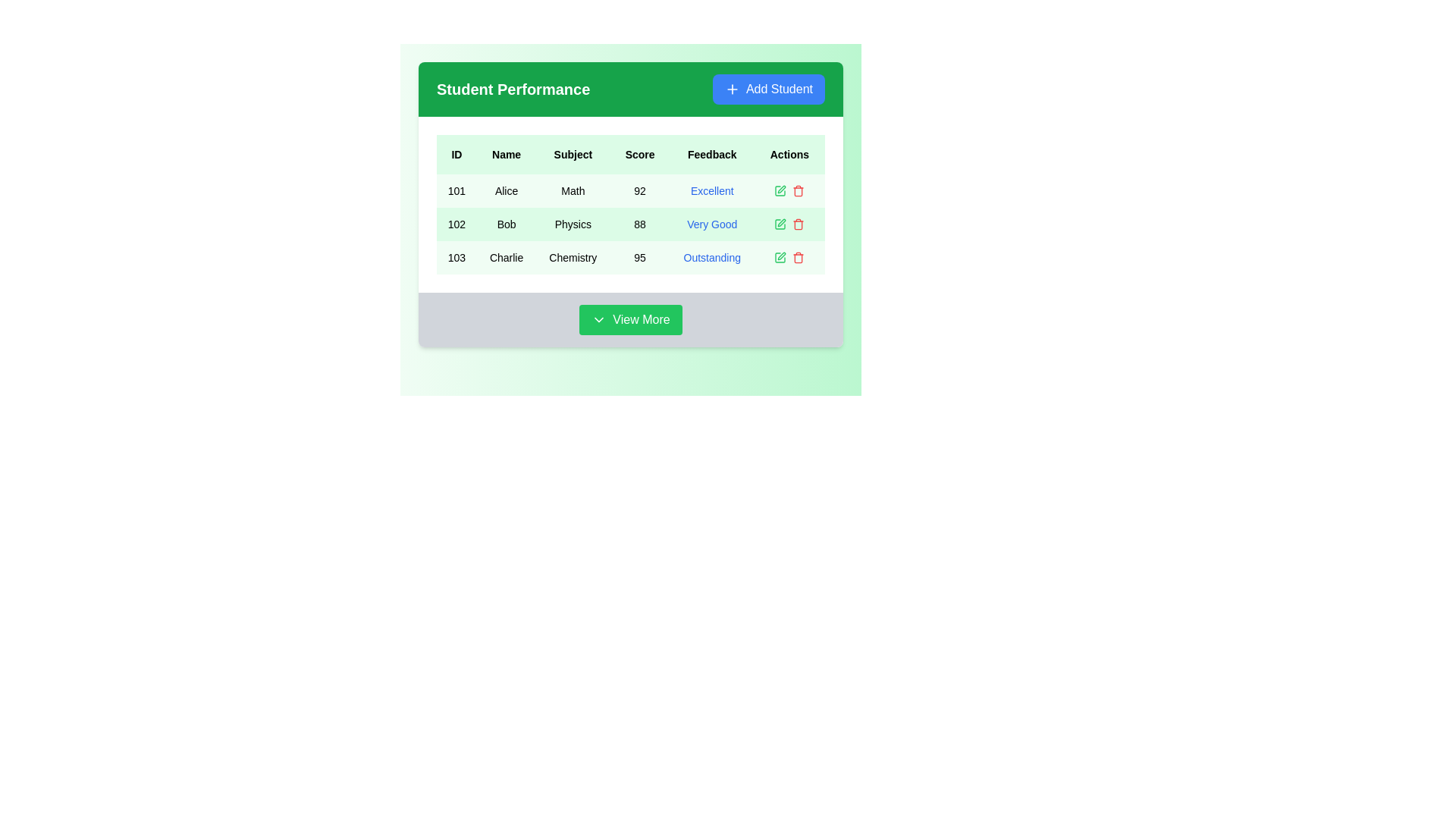 The image size is (1456, 819). What do you see at coordinates (798, 224) in the screenshot?
I see `the delete button located in the rightmost segment of the 'Actions' column for the row associated with 'Bob'` at bounding box center [798, 224].